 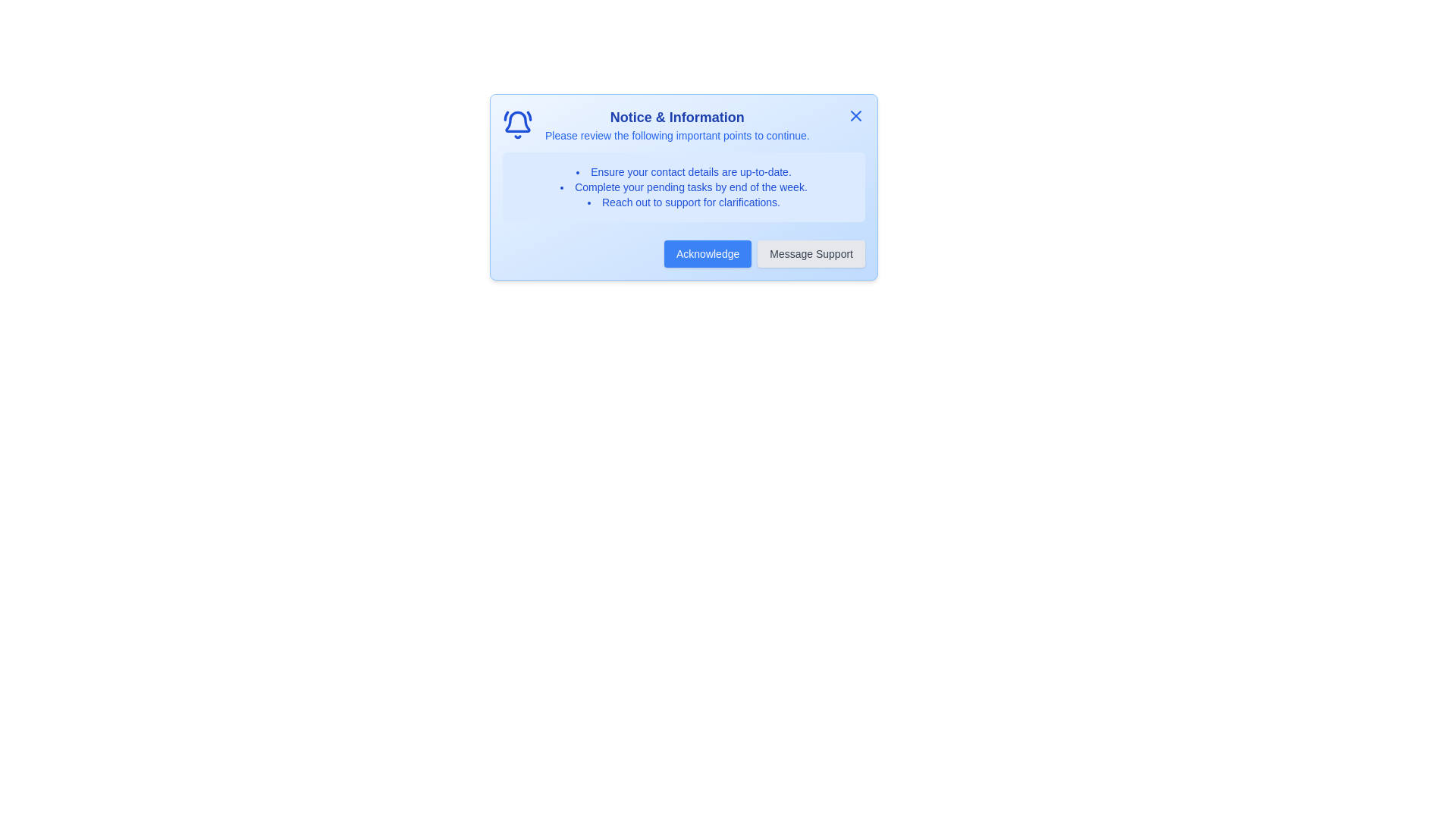 I want to click on the 'Acknowledge' button to acknowledge the information, so click(x=707, y=253).